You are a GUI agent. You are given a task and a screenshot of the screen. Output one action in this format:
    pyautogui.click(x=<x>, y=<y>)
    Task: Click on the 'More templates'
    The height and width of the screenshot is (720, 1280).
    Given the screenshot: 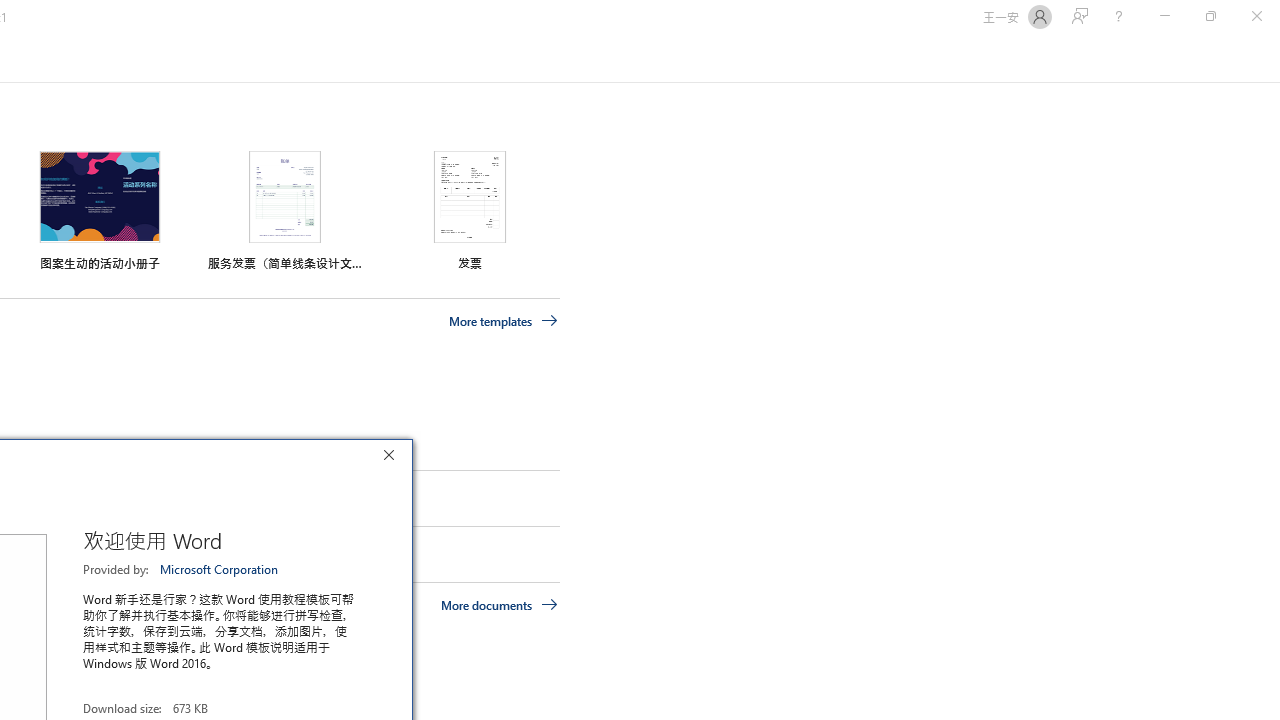 What is the action you would take?
    pyautogui.click(x=503, y=320)
    